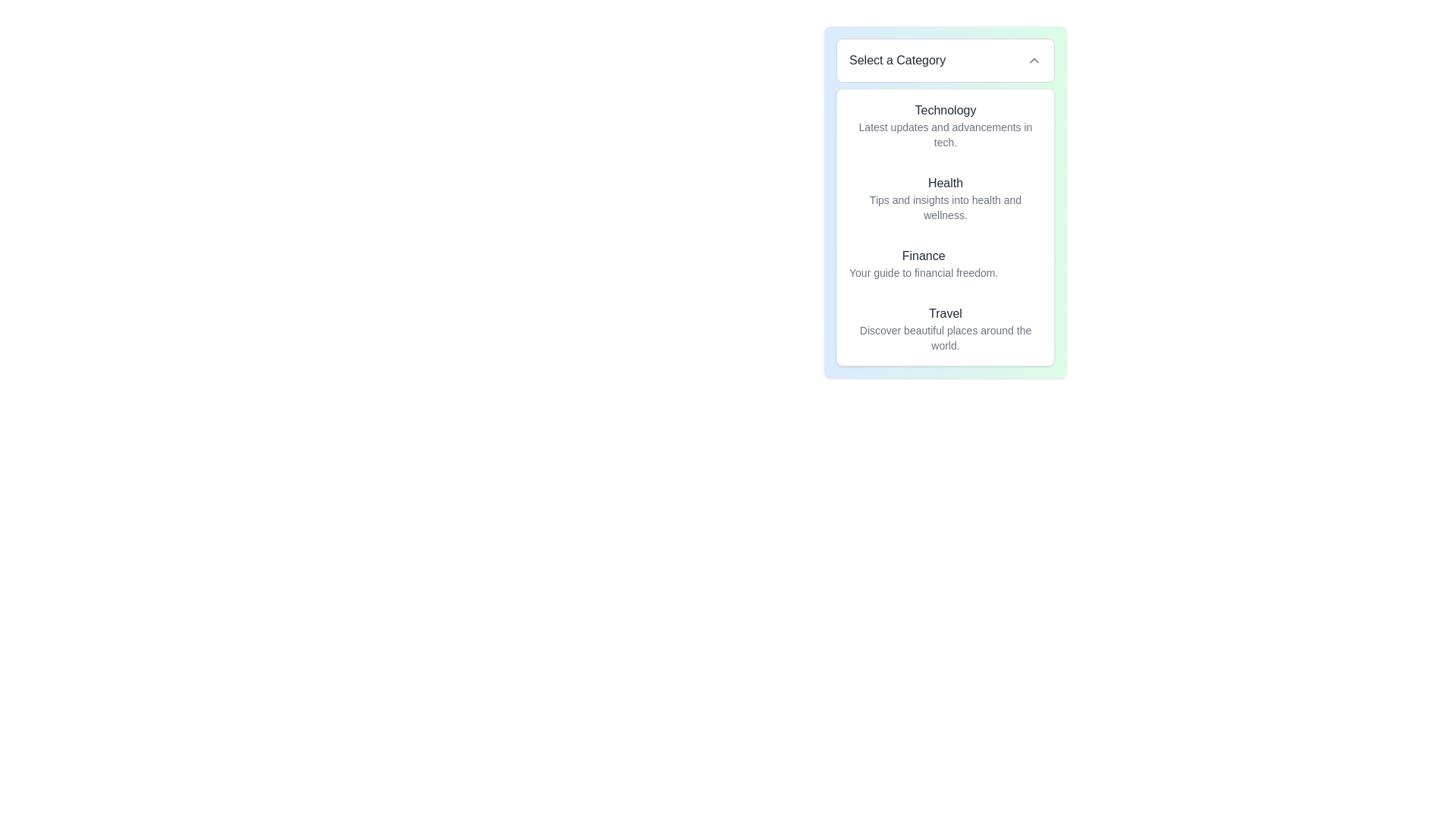 The image size is (1456, 819). Describe the element at coordinates (945, 124) in the screenshot. I see `the 'Technology' list item` at that location.